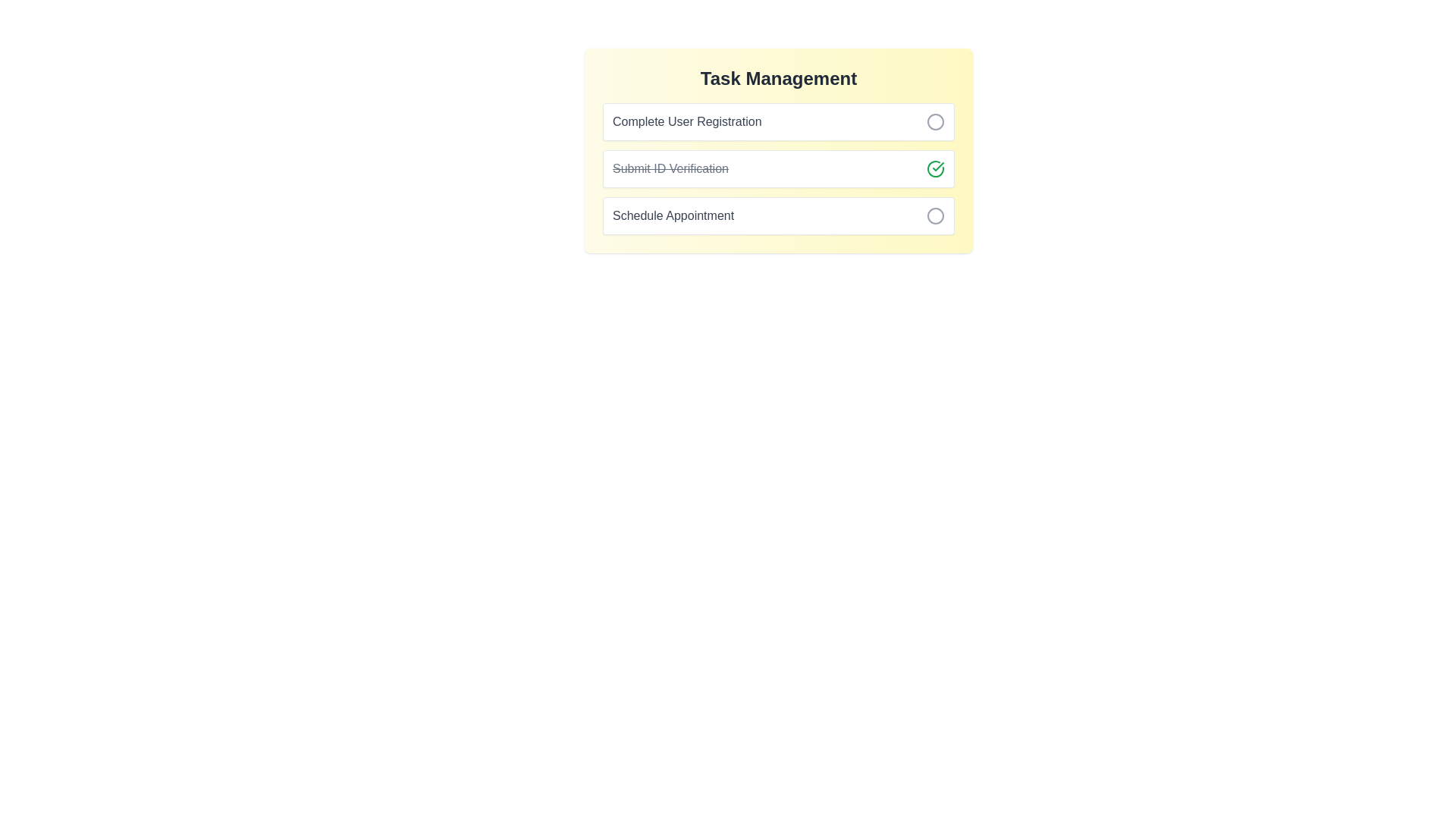 This screenshot has width=1456, height=819. What do you see at coordinates (934, 121) in the screenshot?
I see `the SVG circle graphic icon located on the right side of the first list item, adjacent to the 'Complete User Registration' label` at bounding box center [934, 121].